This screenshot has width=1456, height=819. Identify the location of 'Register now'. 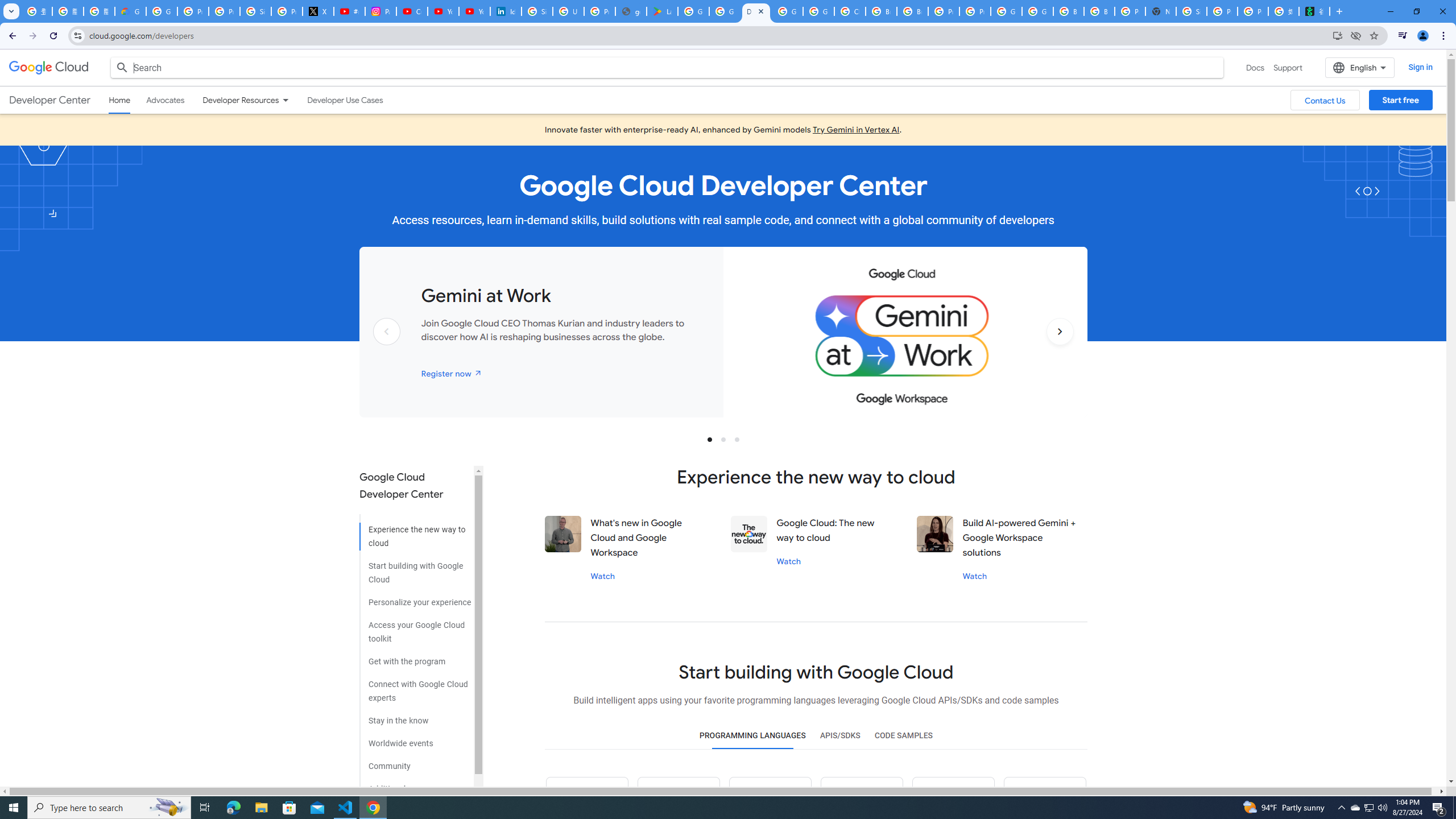
(452, 372).